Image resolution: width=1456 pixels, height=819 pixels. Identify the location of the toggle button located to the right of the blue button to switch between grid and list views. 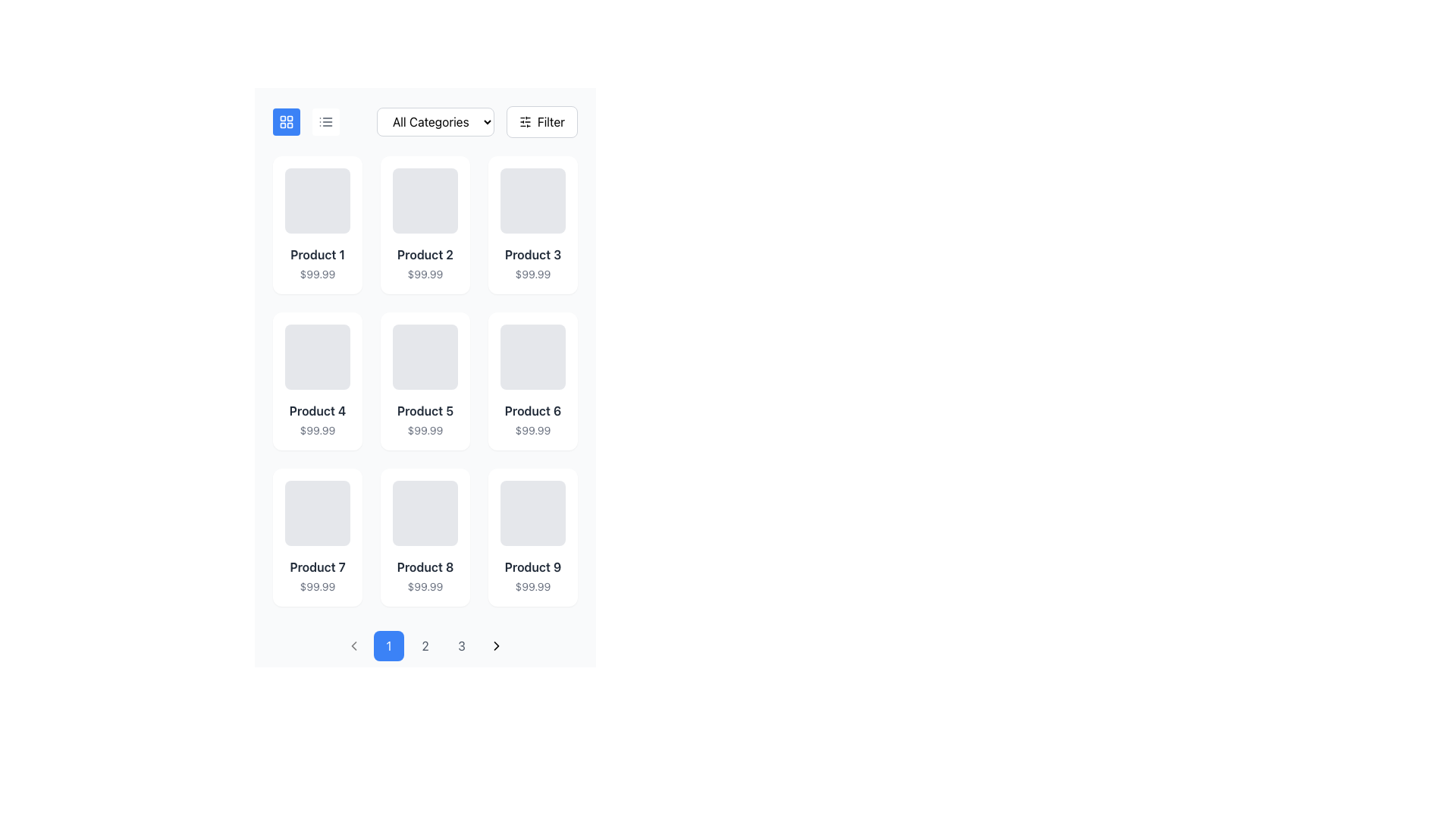
(325, 121).